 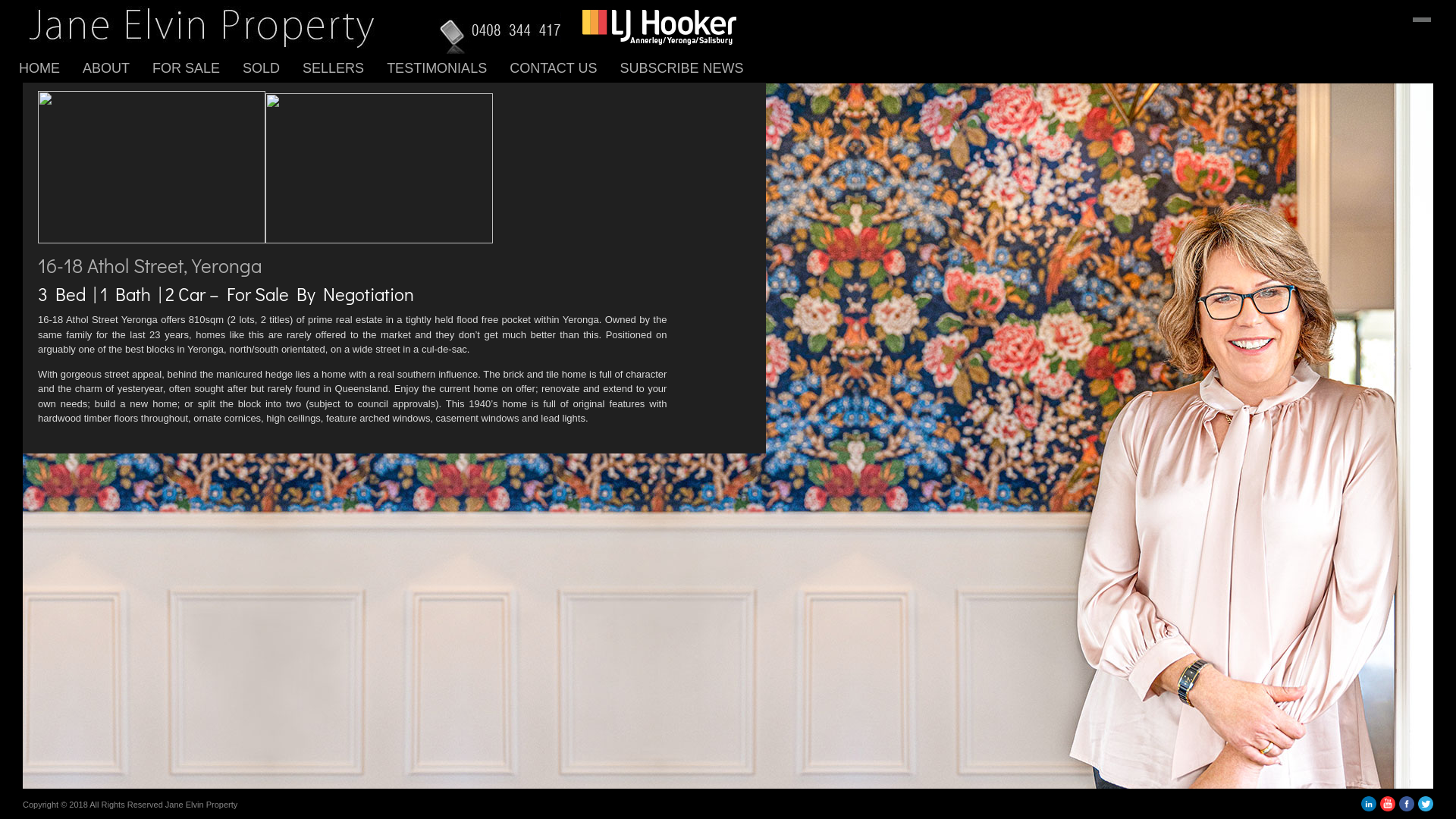 I want to click on 'HOME', so click(x=51, y=67).